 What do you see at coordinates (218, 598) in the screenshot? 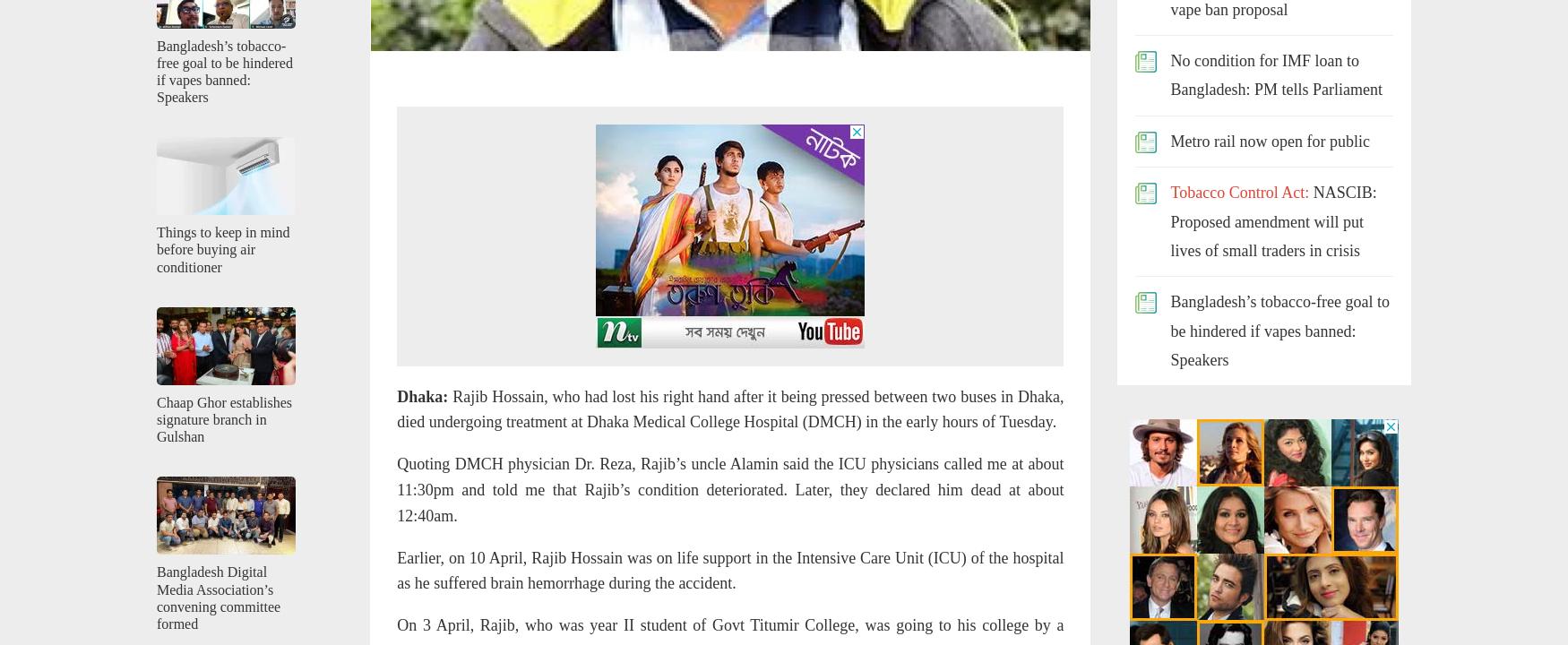
I see `'Bangladesh Digital Media Association’s convening committee formed'` at bounding box center [218, 598].